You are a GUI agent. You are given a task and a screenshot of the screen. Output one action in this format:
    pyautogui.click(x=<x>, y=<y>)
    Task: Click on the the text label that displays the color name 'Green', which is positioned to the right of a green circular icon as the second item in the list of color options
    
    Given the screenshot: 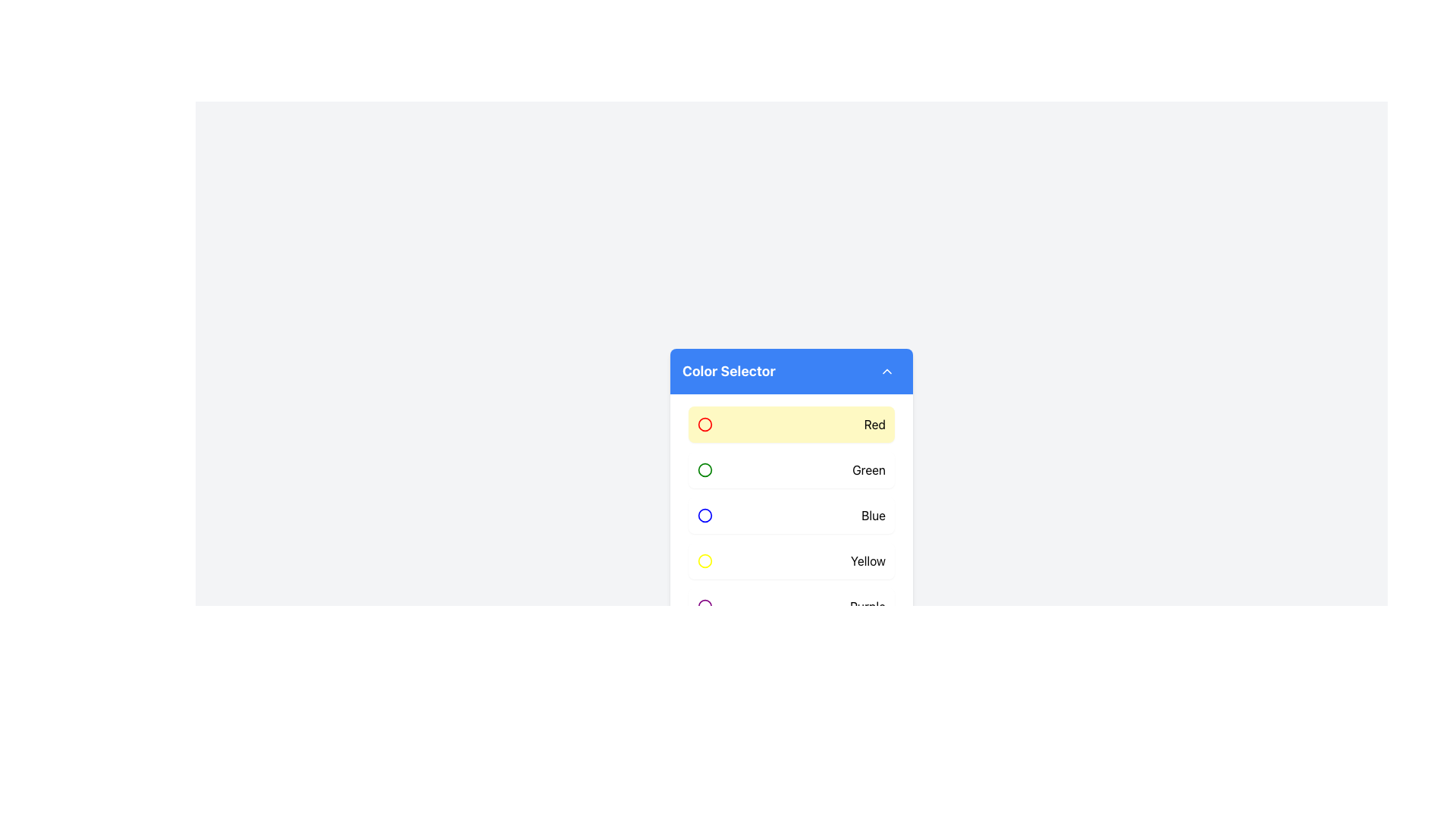 What is the action you would take?
    pyautogui.click(x=869, y=469)
    